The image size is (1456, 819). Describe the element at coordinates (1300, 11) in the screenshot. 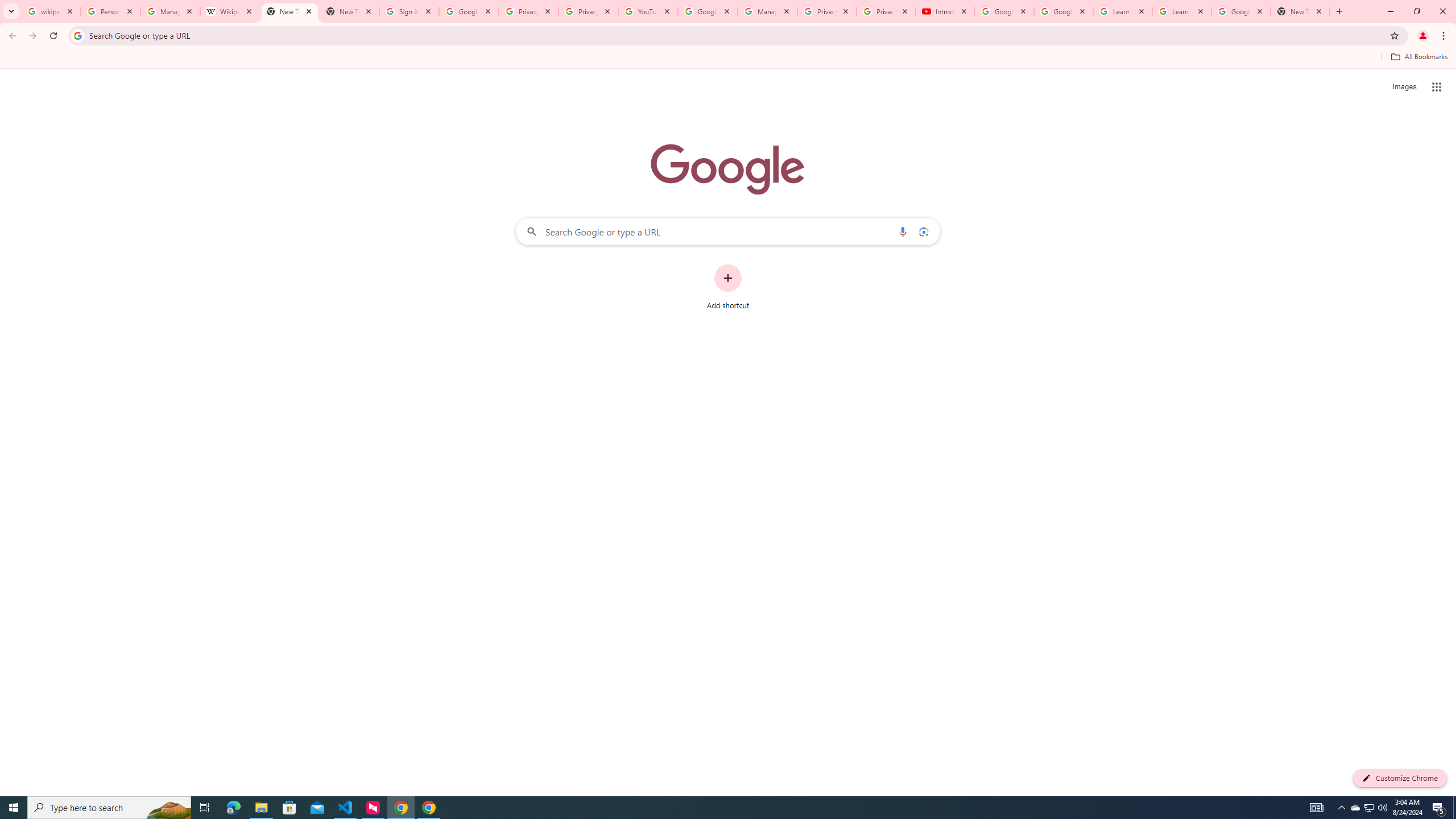

I see `'New Tab'` at that location.